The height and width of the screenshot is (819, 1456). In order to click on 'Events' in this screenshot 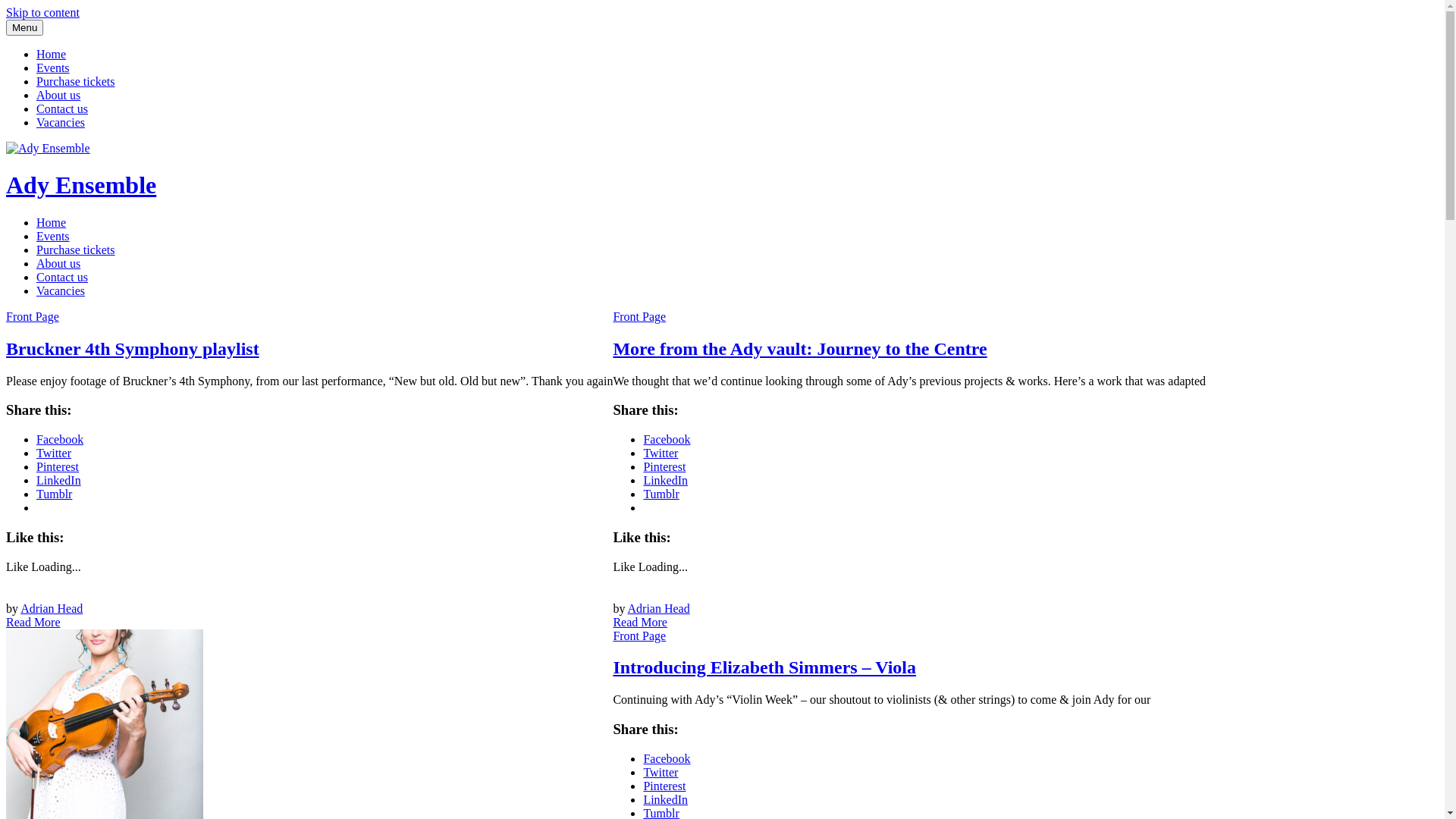, I will do `click(53, 67)`.